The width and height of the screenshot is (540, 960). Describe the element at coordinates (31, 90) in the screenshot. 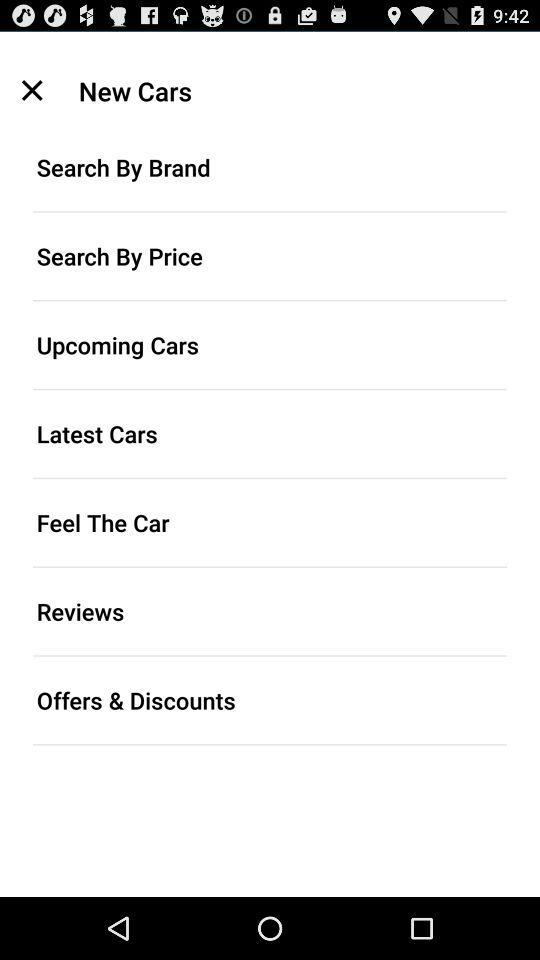

I see `closeout` at that location.